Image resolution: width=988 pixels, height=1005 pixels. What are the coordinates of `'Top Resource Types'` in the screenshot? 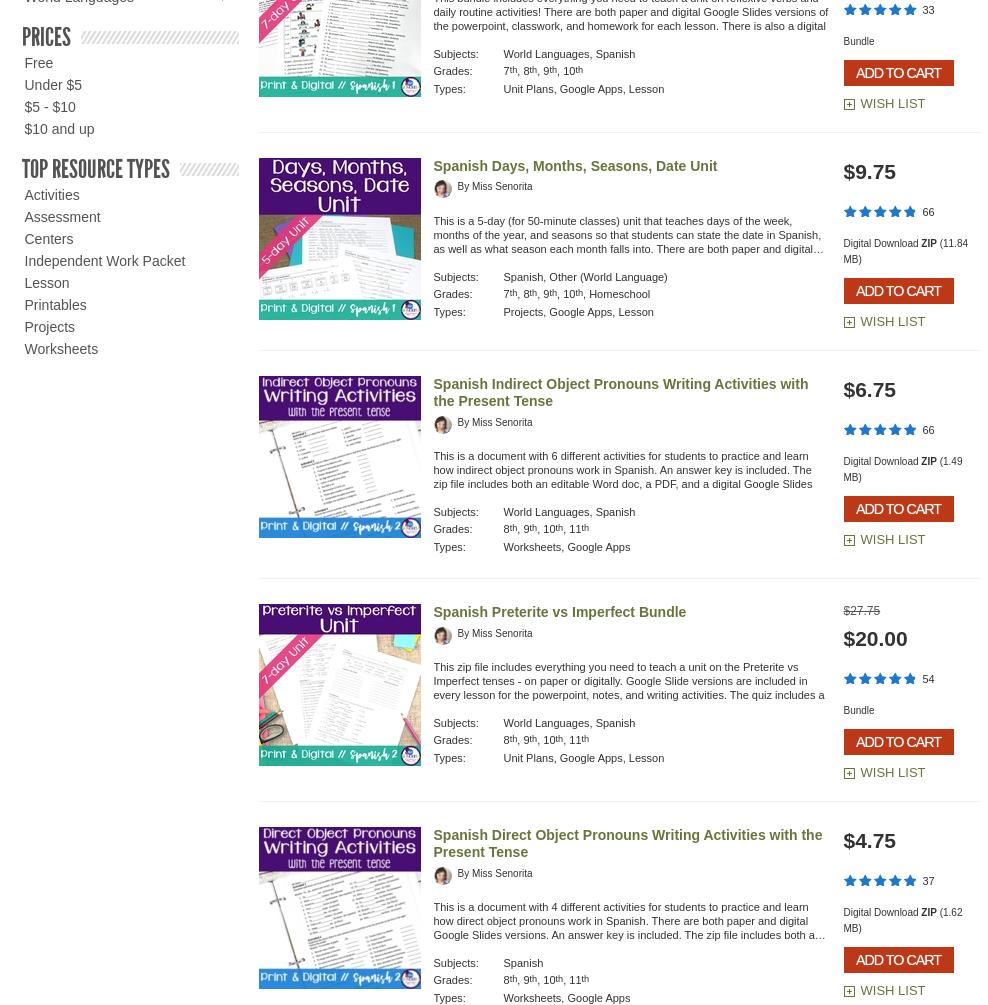 It's located at (95, 168).